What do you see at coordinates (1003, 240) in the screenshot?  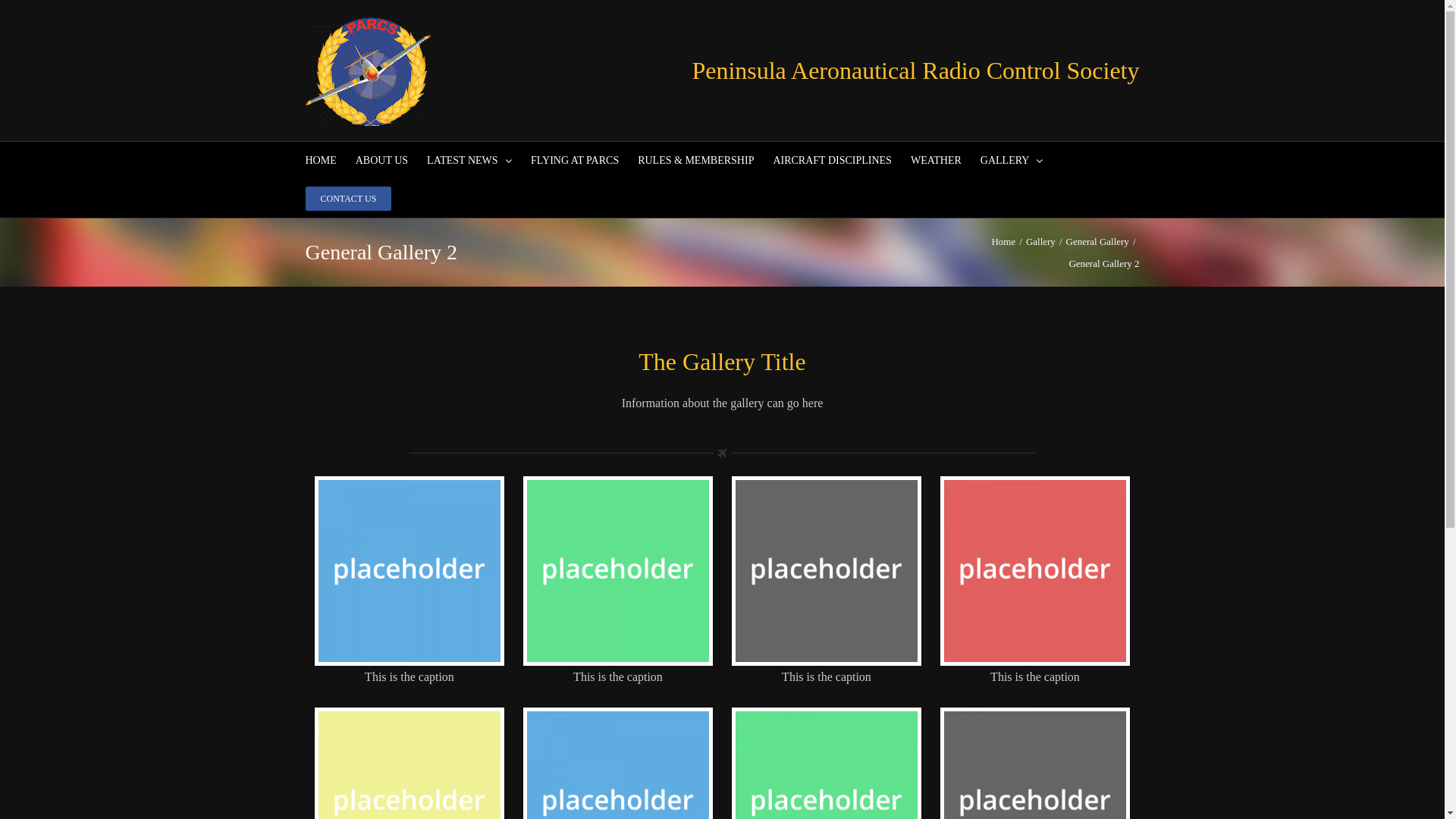 I see `'Home'` at bounding box center [1003, 240].